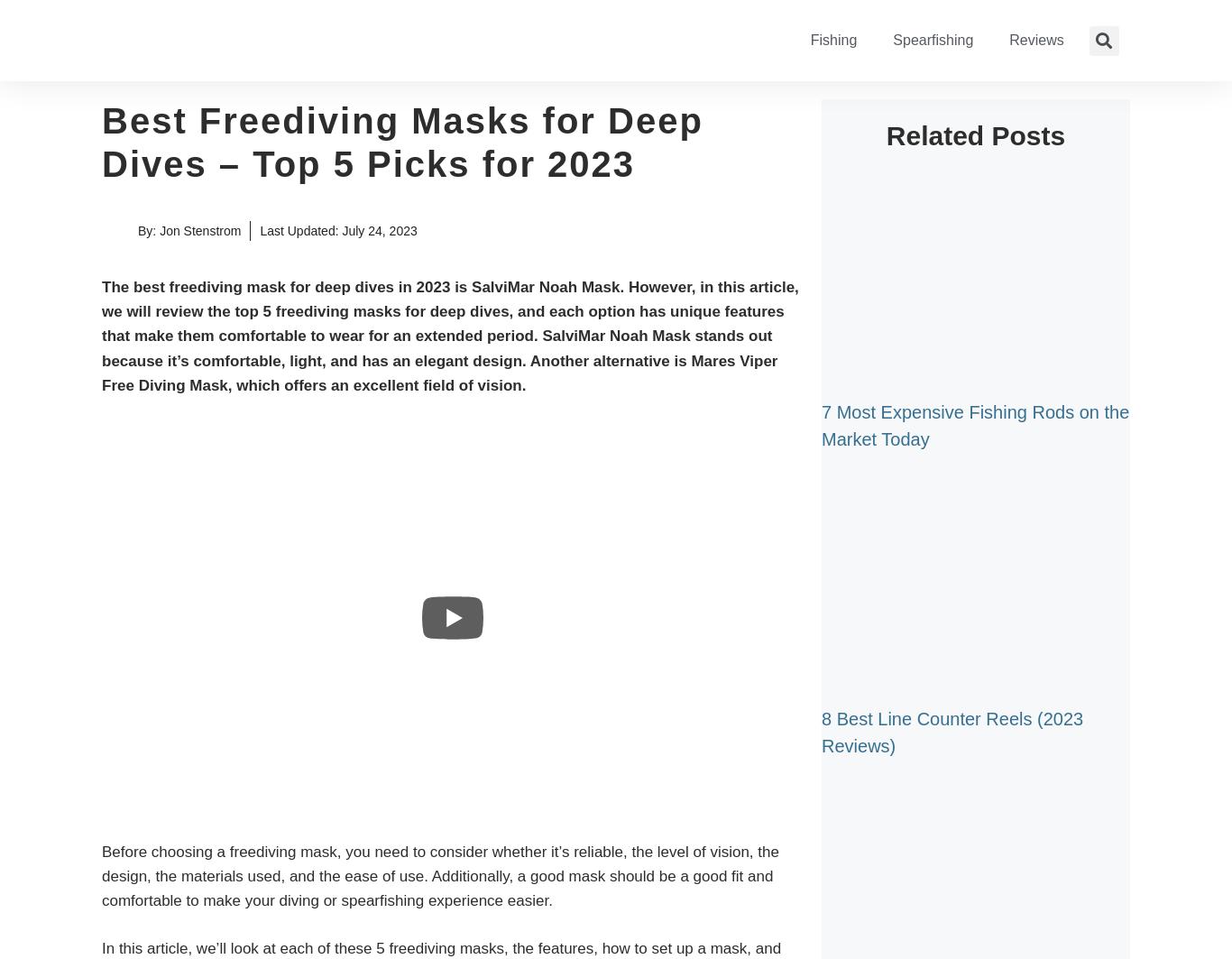 The height and width of the screenshot is (959, 1232). What do you see at coordinates (449, 336) in the screenshot?
I see `'The best freediving mask for deep dives in 2023 is SalviMar Noah Mask. However, in this article, we will review the top 5 freediving masks for deep dives, and each option has unique features that make them comfortable to wear for an extended period. SalviMar Noah Mask stands out because it’s comfortable, light, and has an elegant design. Another alternative is Mares Viper Free Diving Mask, which offers an excellent field of vision.'` at bounding box center [449, 336].